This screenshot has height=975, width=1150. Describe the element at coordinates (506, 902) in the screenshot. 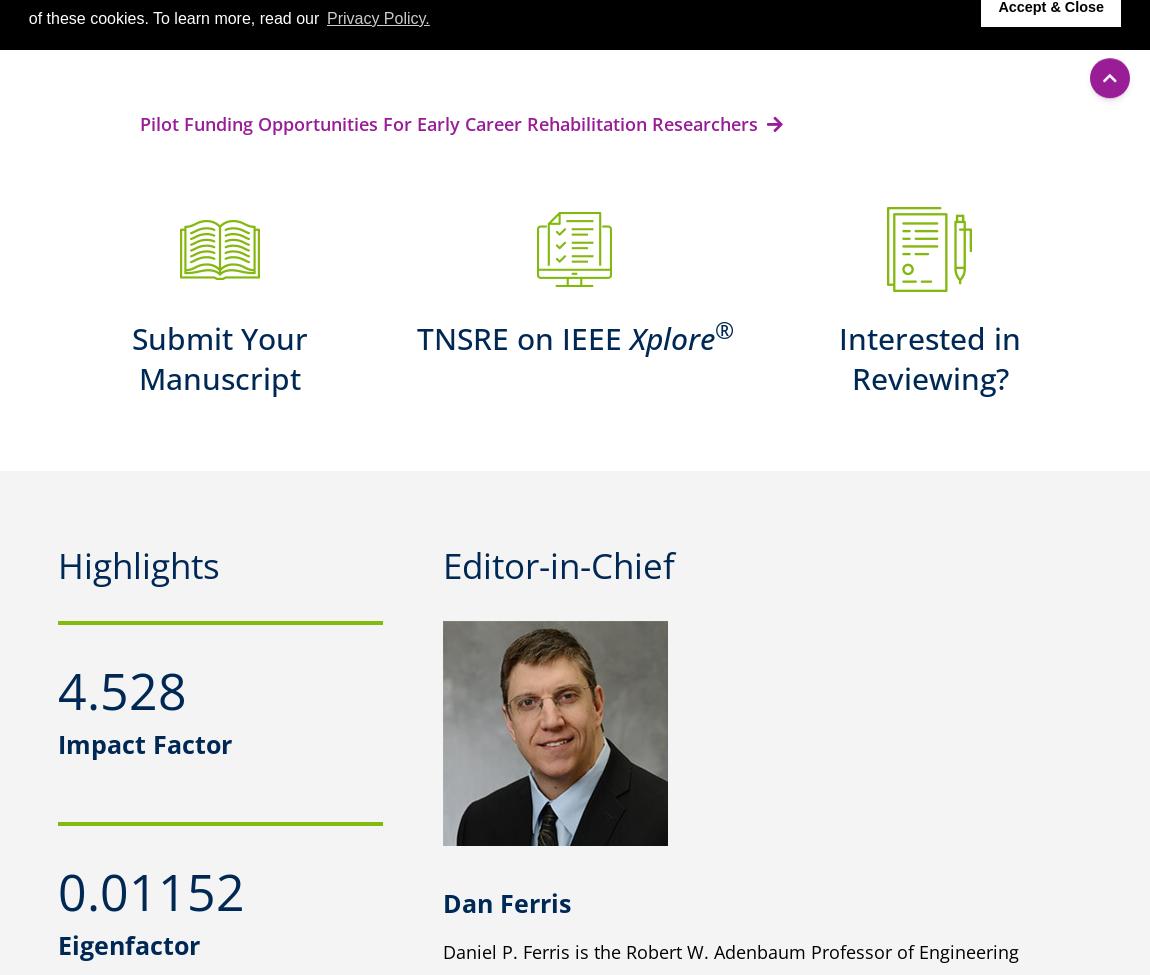

I see `'Dan Ferris'` at that location.